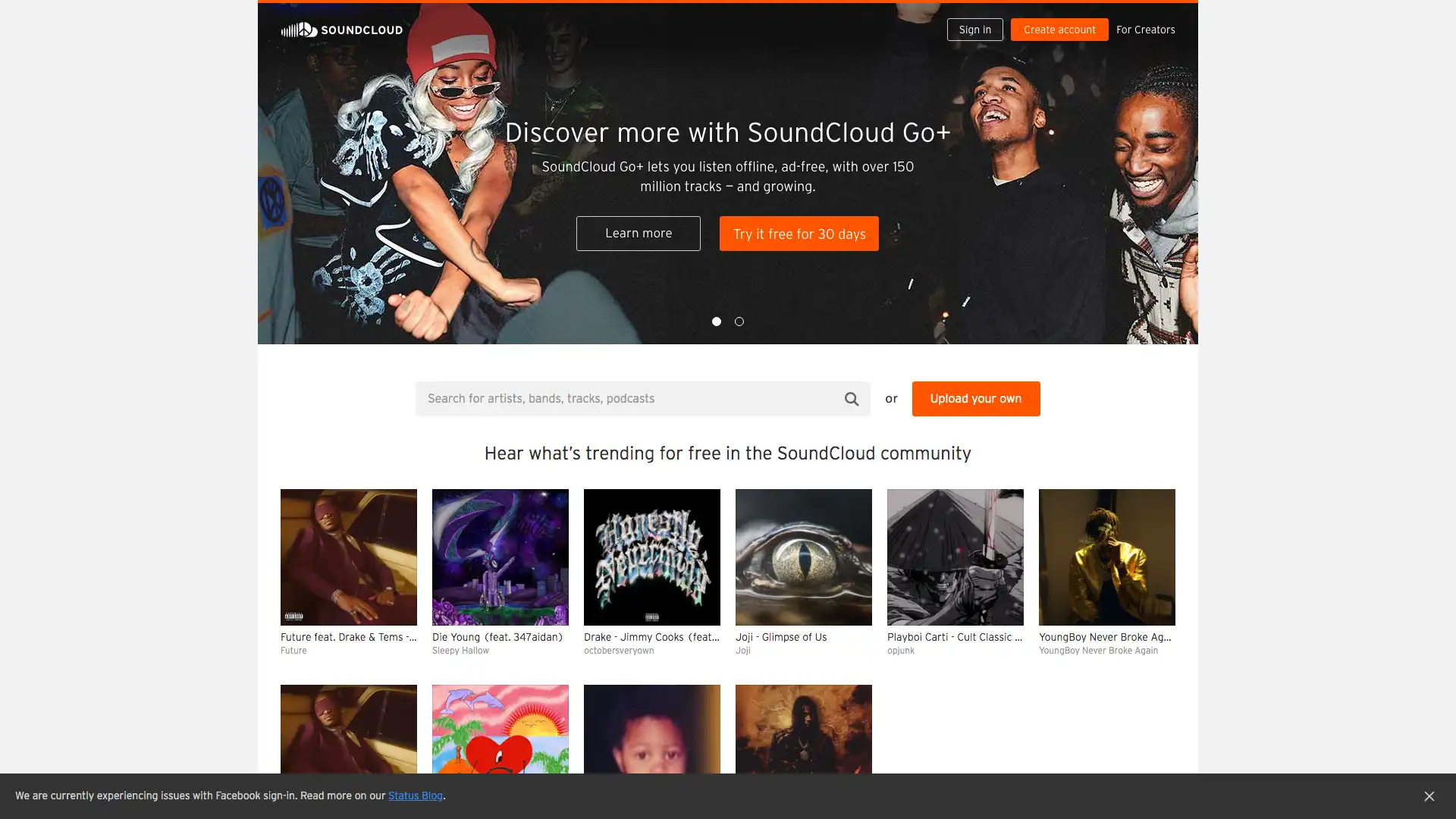  I want to click on Sign in, so click(978, 17).